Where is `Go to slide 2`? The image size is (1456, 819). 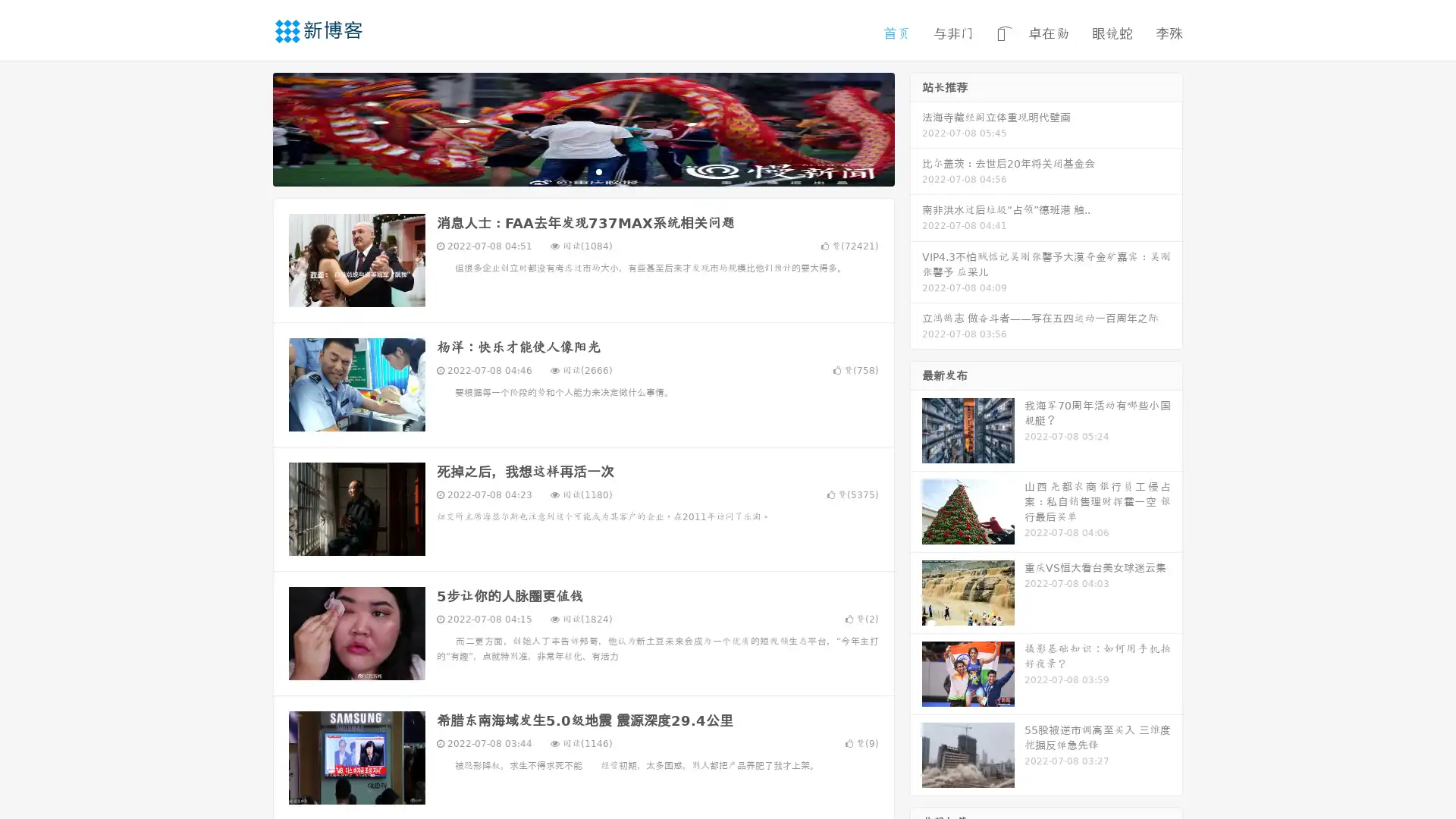
Go to slide 2 is located at coordinates (582, 171).